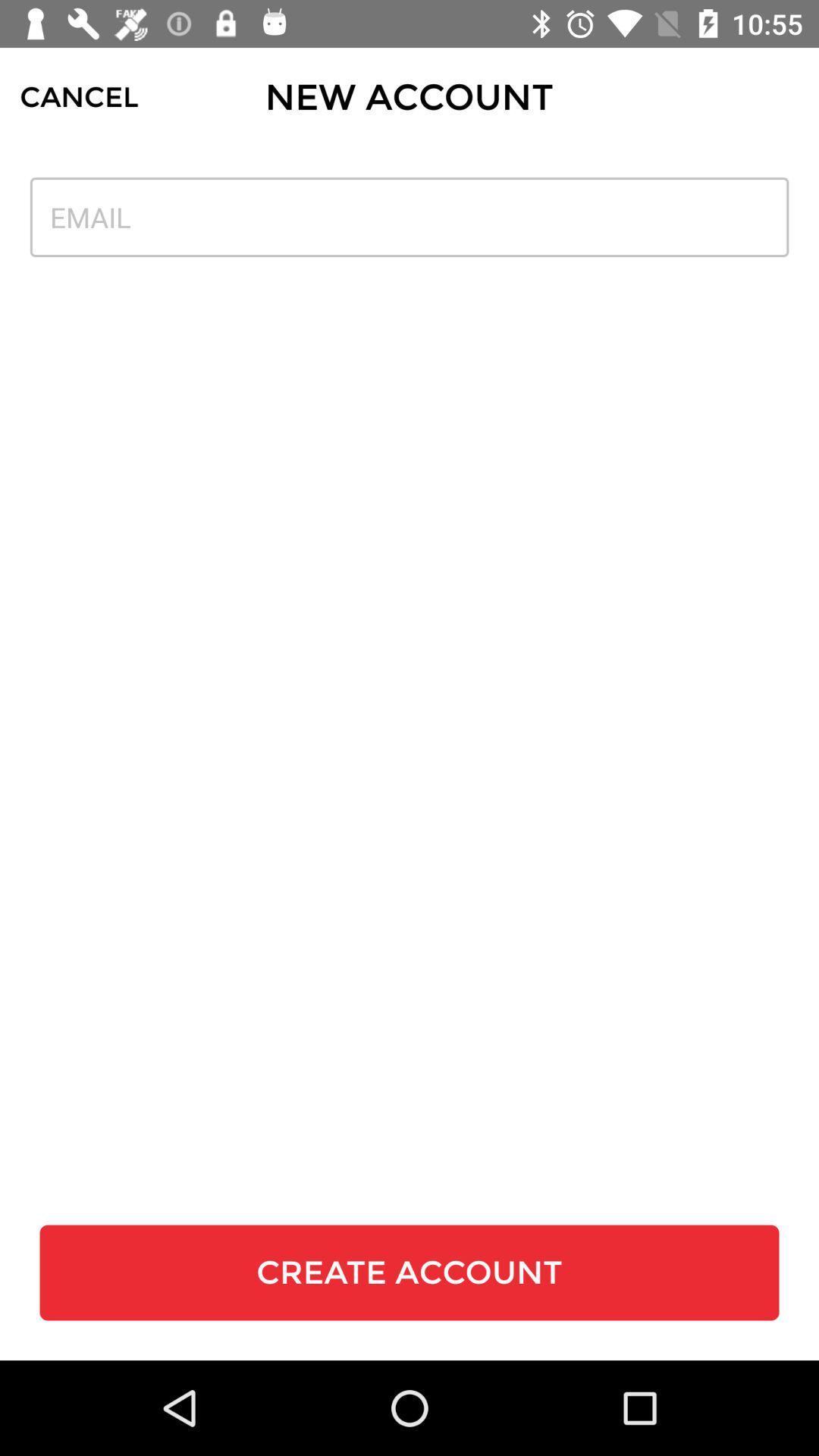  What do you see at coordinates (79, 96) in the screenshot?
I see `icon at the top left corner` at bounding box center [79, 96].